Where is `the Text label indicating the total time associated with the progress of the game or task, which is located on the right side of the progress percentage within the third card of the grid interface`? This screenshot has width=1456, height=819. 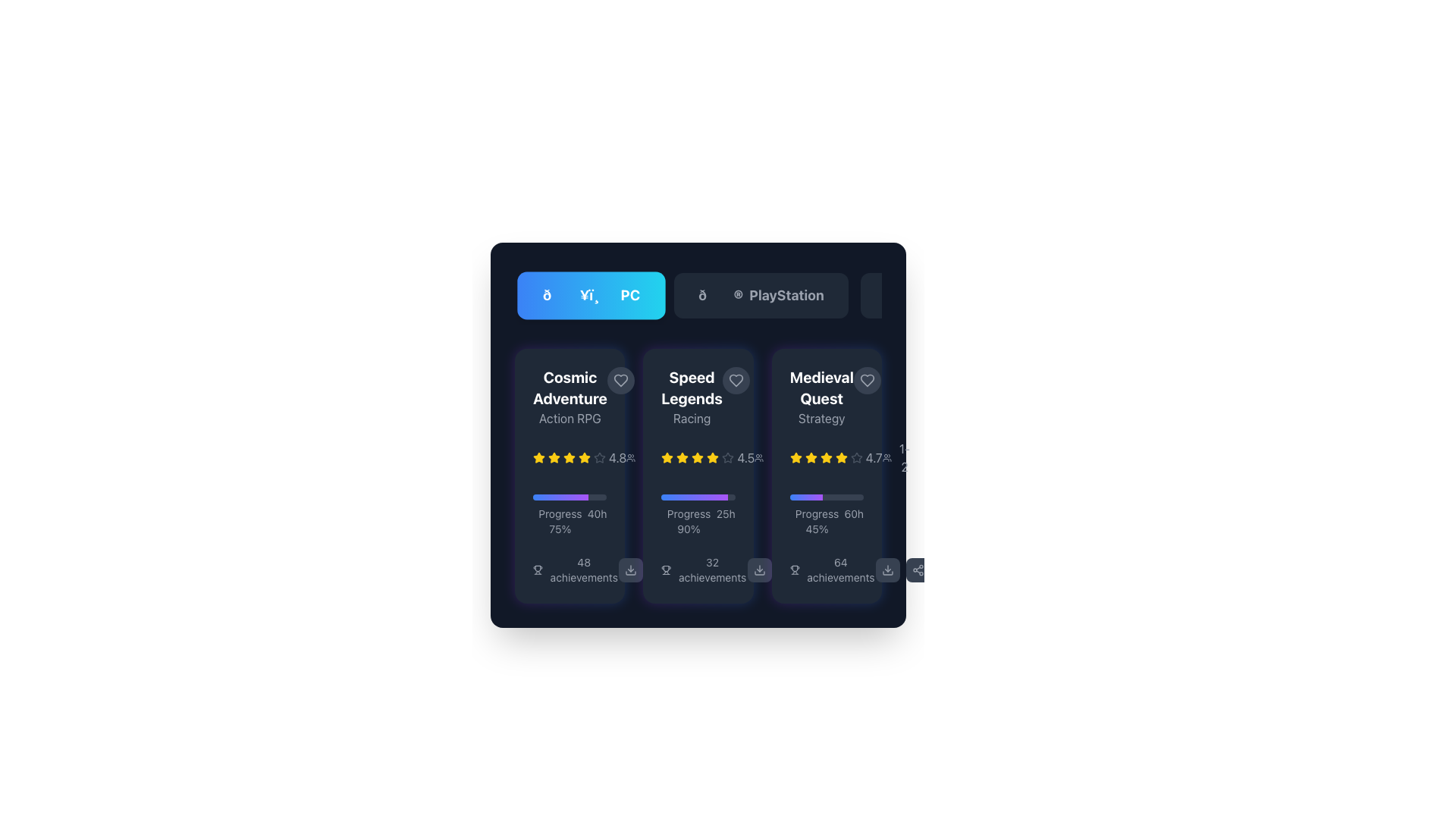
the Text label indicating the total time associated with the progress of the game or task, which is located on the right side of the progress percentage within the third card of the grid interface is located at coordinates (854, 520).